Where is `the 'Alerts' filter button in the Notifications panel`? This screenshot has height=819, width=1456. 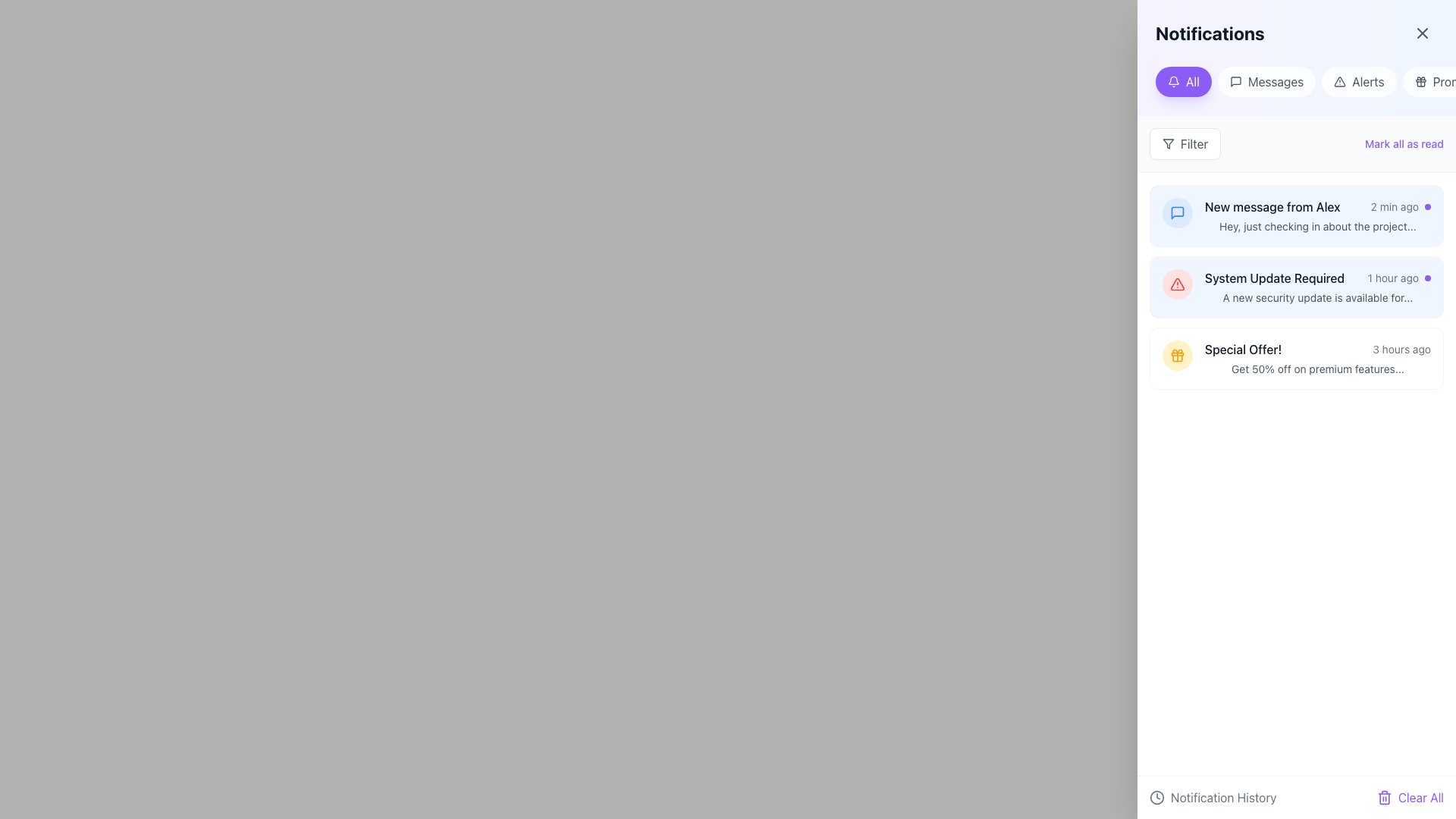
the 'Alerts' filter button in the Notifications panel is located at coordinates (1368, 82).